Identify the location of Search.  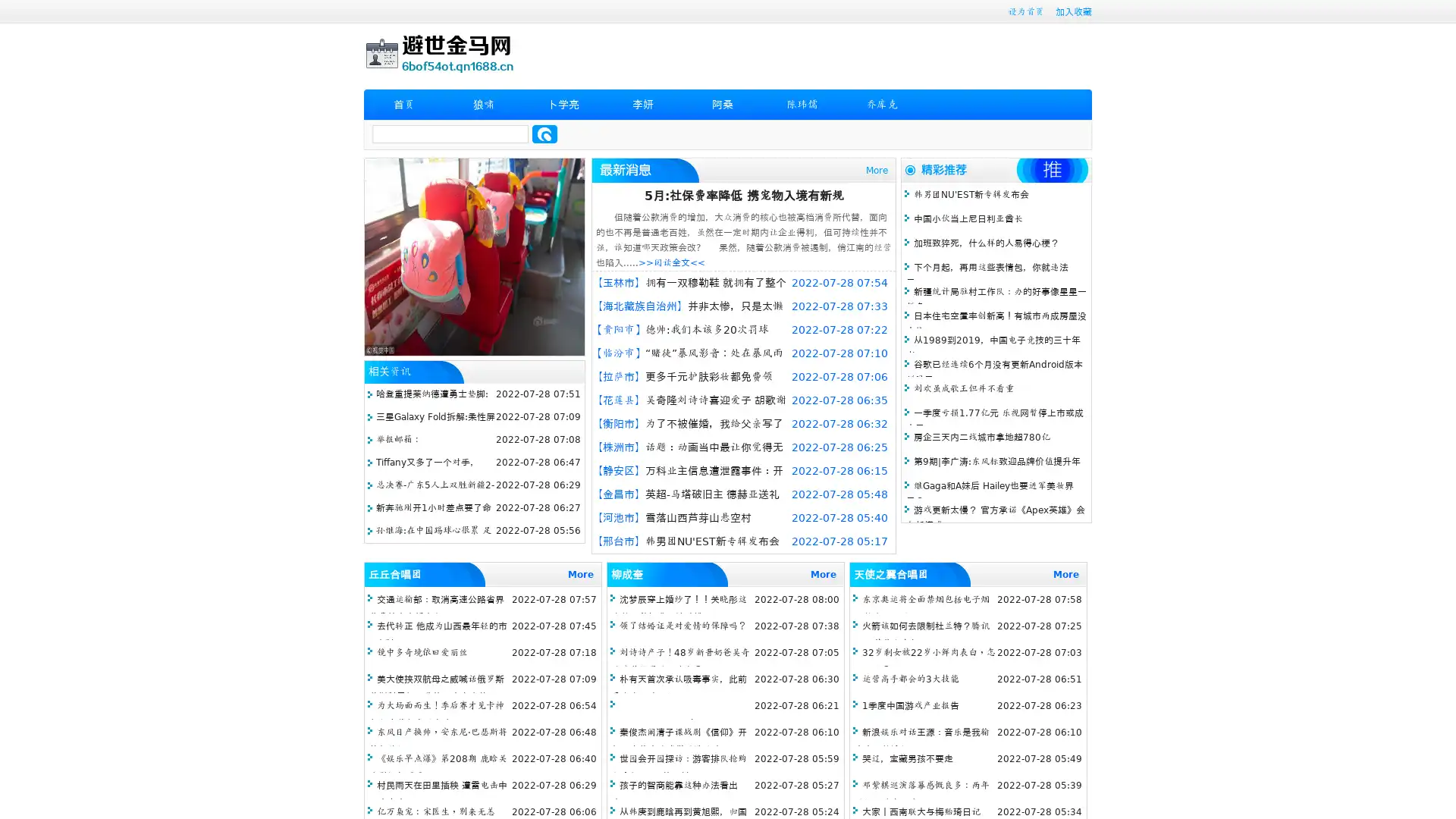
(544, 133).